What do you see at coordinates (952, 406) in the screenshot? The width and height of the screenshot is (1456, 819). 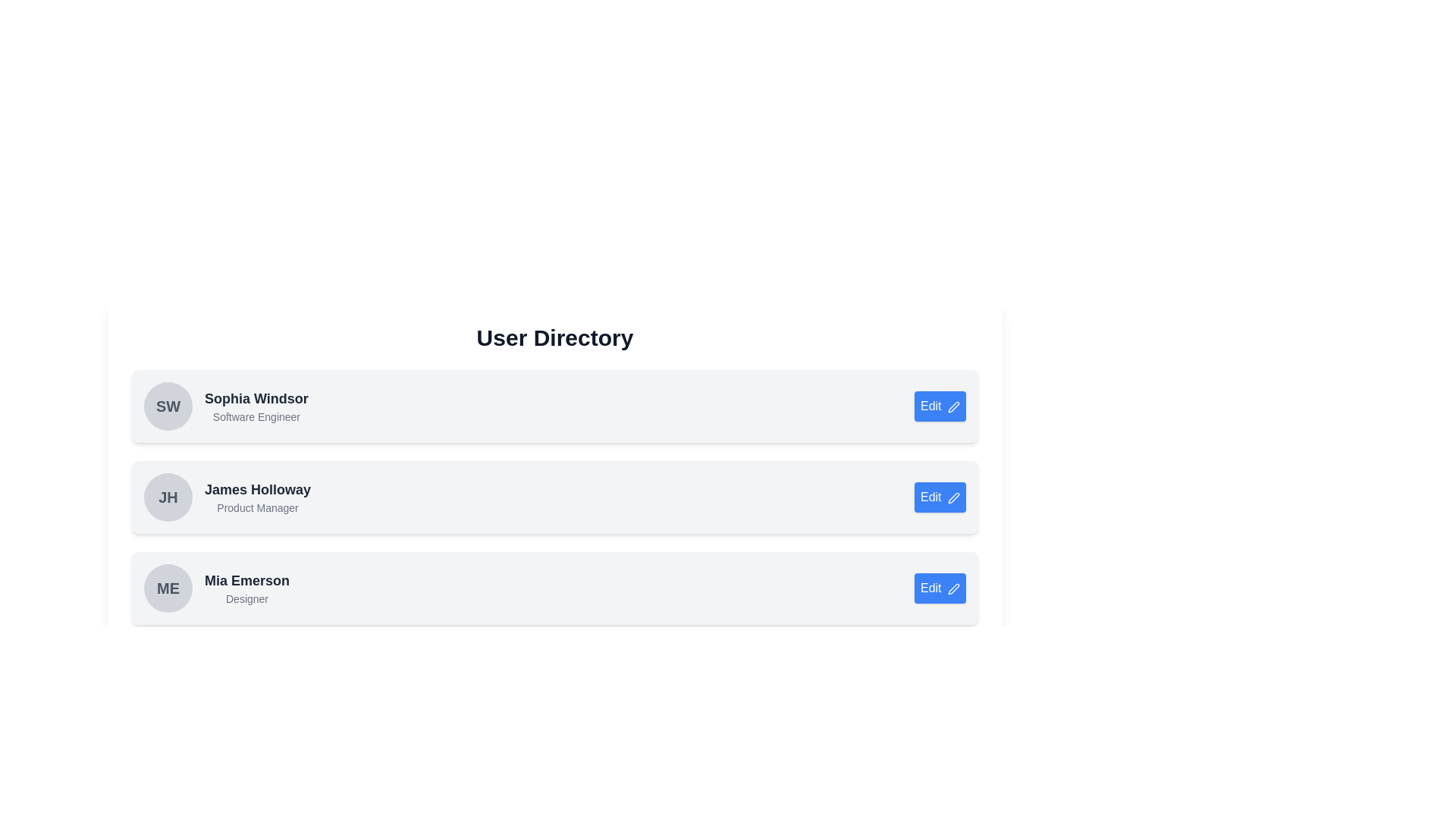 I see `the 'Edit' button surrounding the pen icon` at bounding box center [952, 406].